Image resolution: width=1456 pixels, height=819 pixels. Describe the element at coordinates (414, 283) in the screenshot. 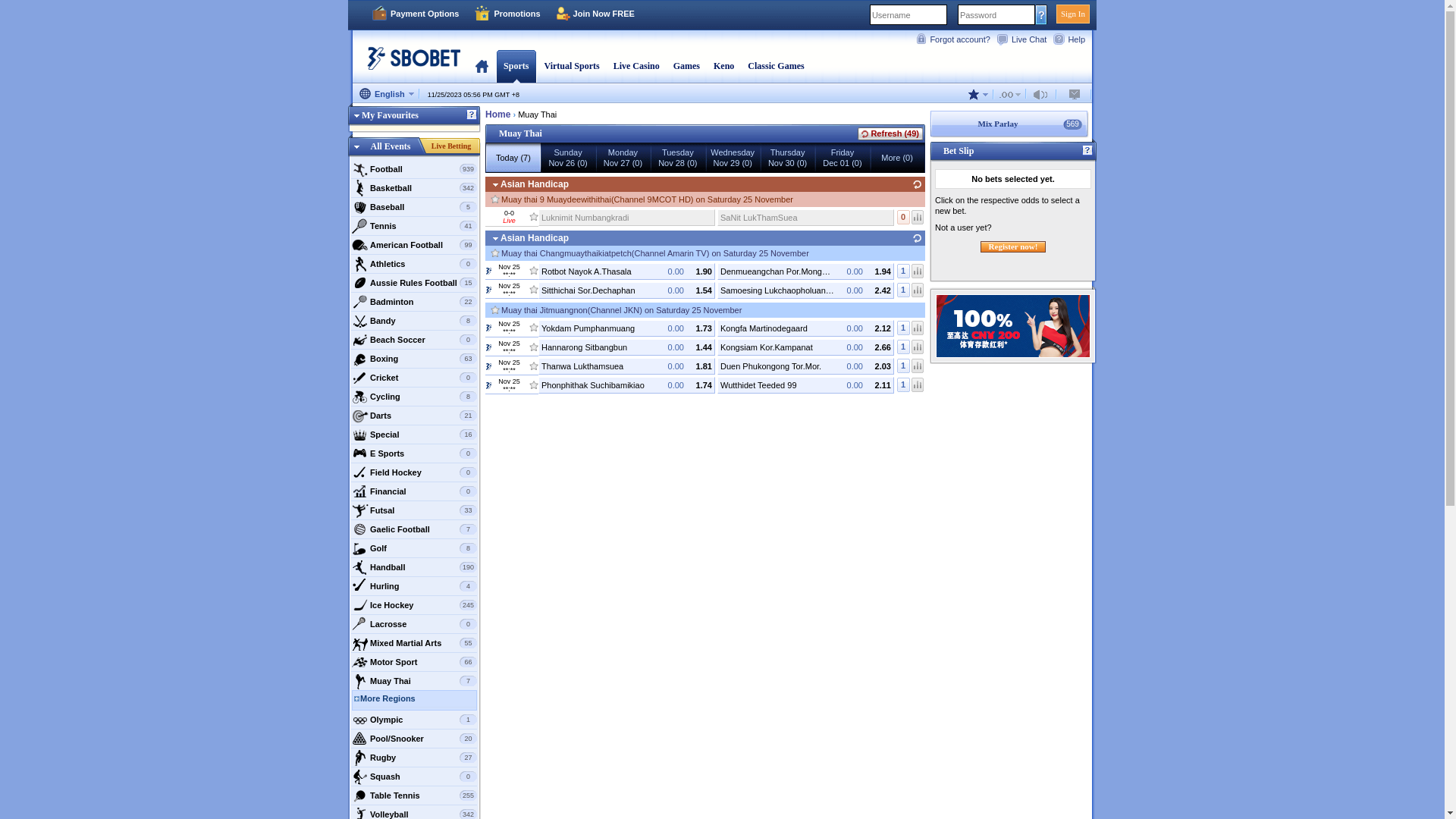

I see `'Aussie Rules Football` at that location.